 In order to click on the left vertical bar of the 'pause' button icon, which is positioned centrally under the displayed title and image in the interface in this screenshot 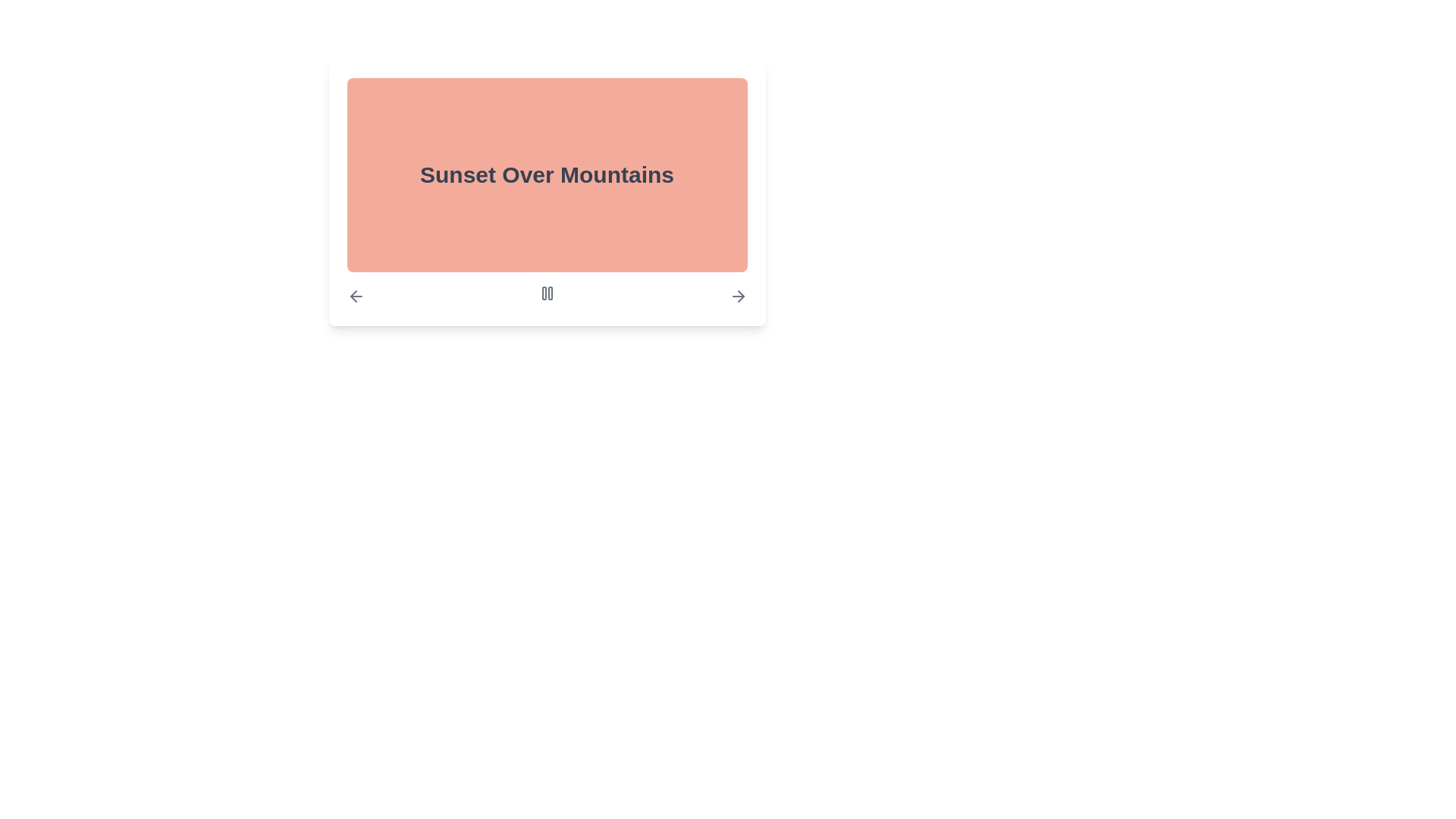, I will do `click(544, 293)`.